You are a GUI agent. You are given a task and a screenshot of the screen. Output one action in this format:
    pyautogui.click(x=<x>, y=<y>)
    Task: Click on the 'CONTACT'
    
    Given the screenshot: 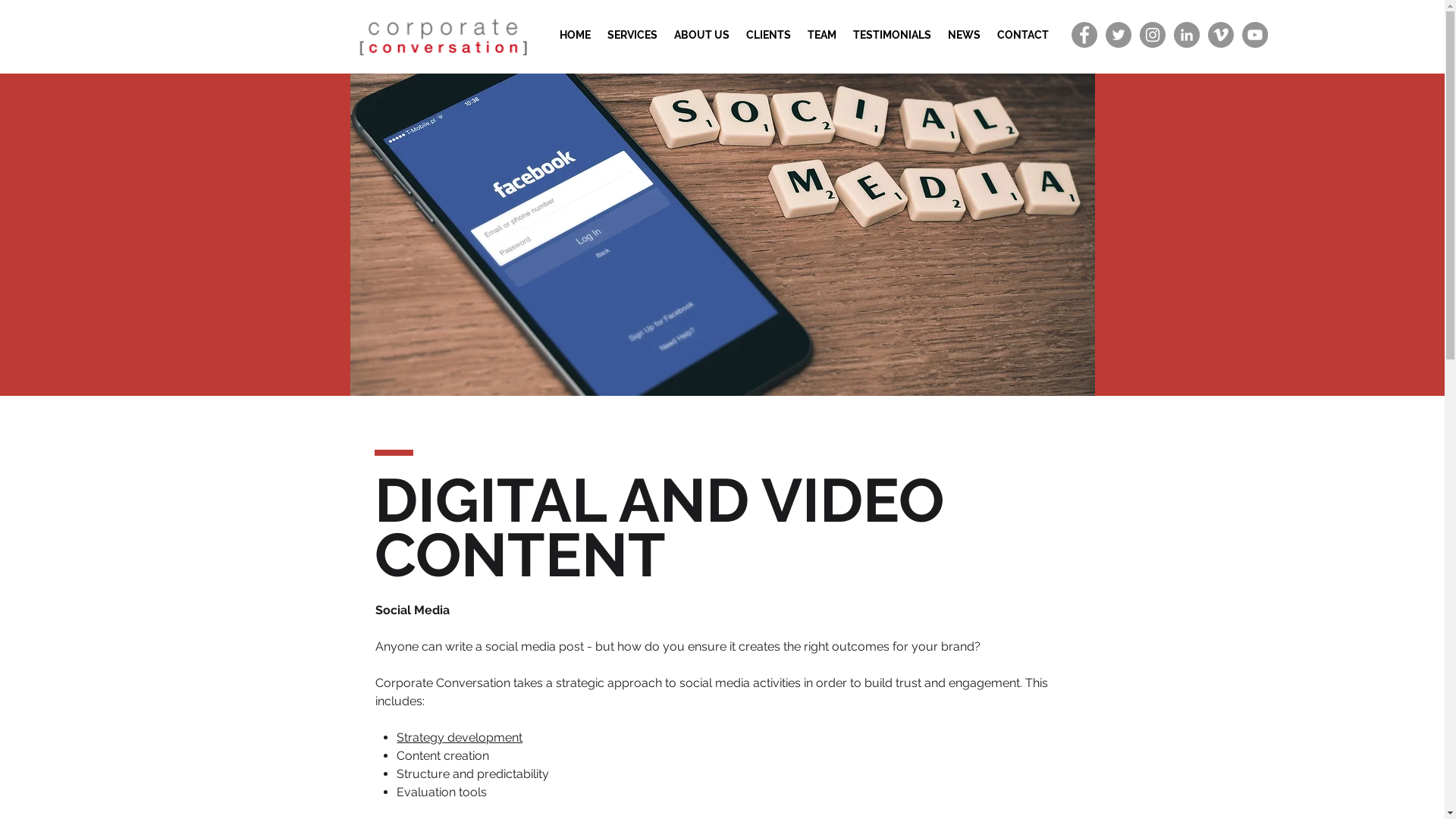 What is the action you would take?
    pyautogui.click(x=1022, y=34)
    